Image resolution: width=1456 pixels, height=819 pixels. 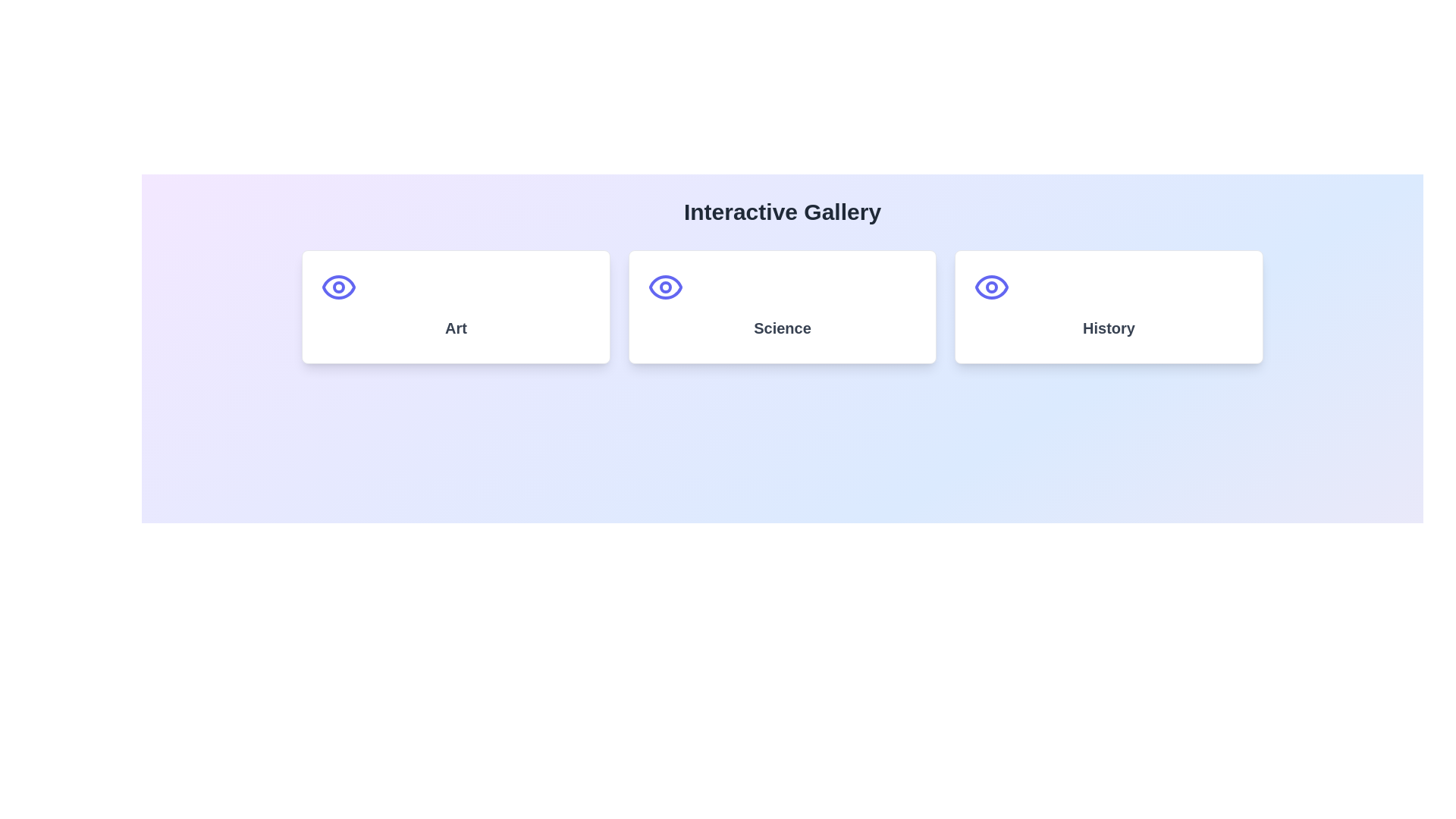 I want to click on the eye icon that is styled with bold strokes and blue color, located at the top center of the third card labeled 'History', so click(x=992, y=287).